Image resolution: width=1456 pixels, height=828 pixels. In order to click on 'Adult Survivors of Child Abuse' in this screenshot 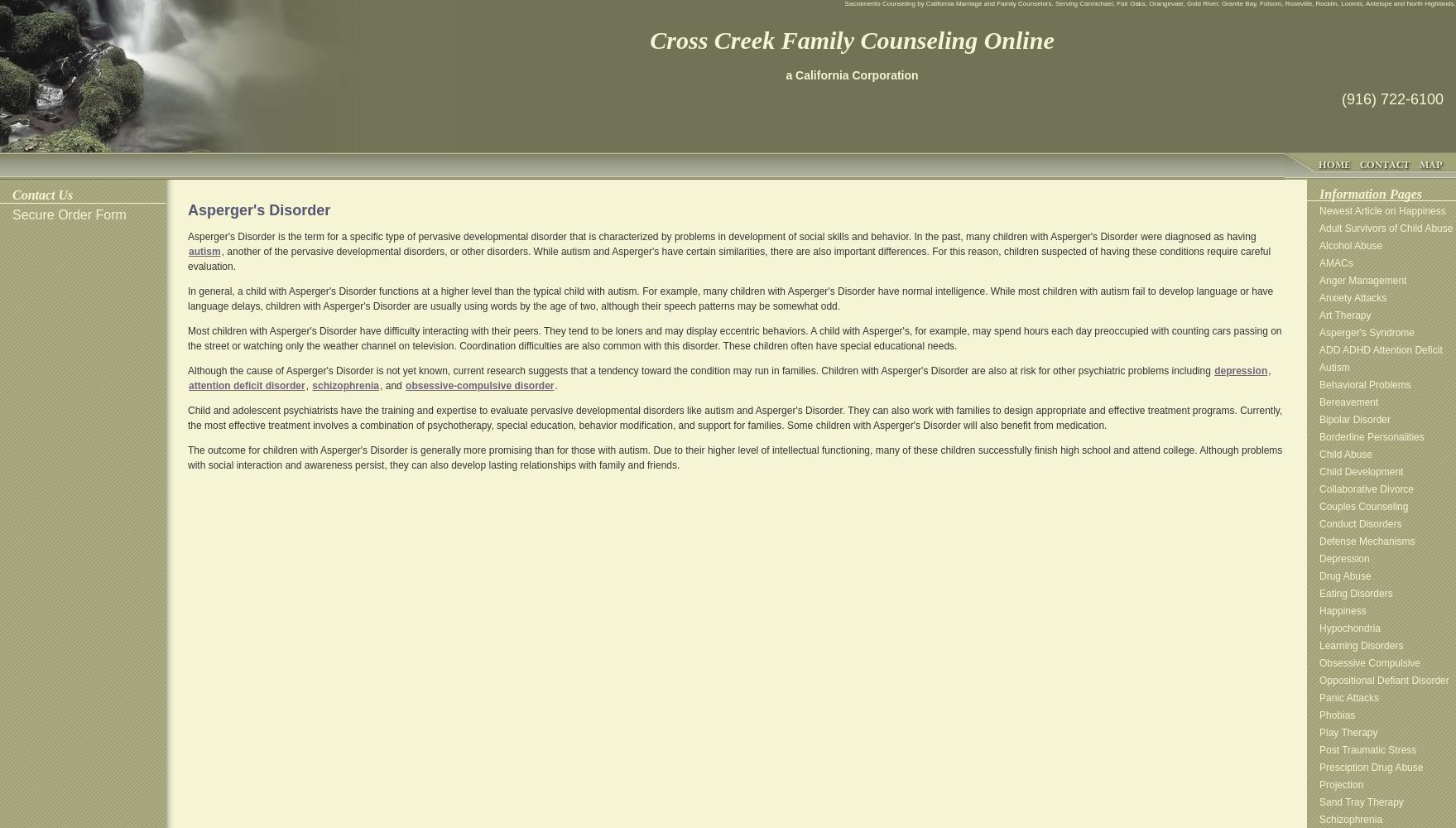, I will do `click(1385, 229)`.